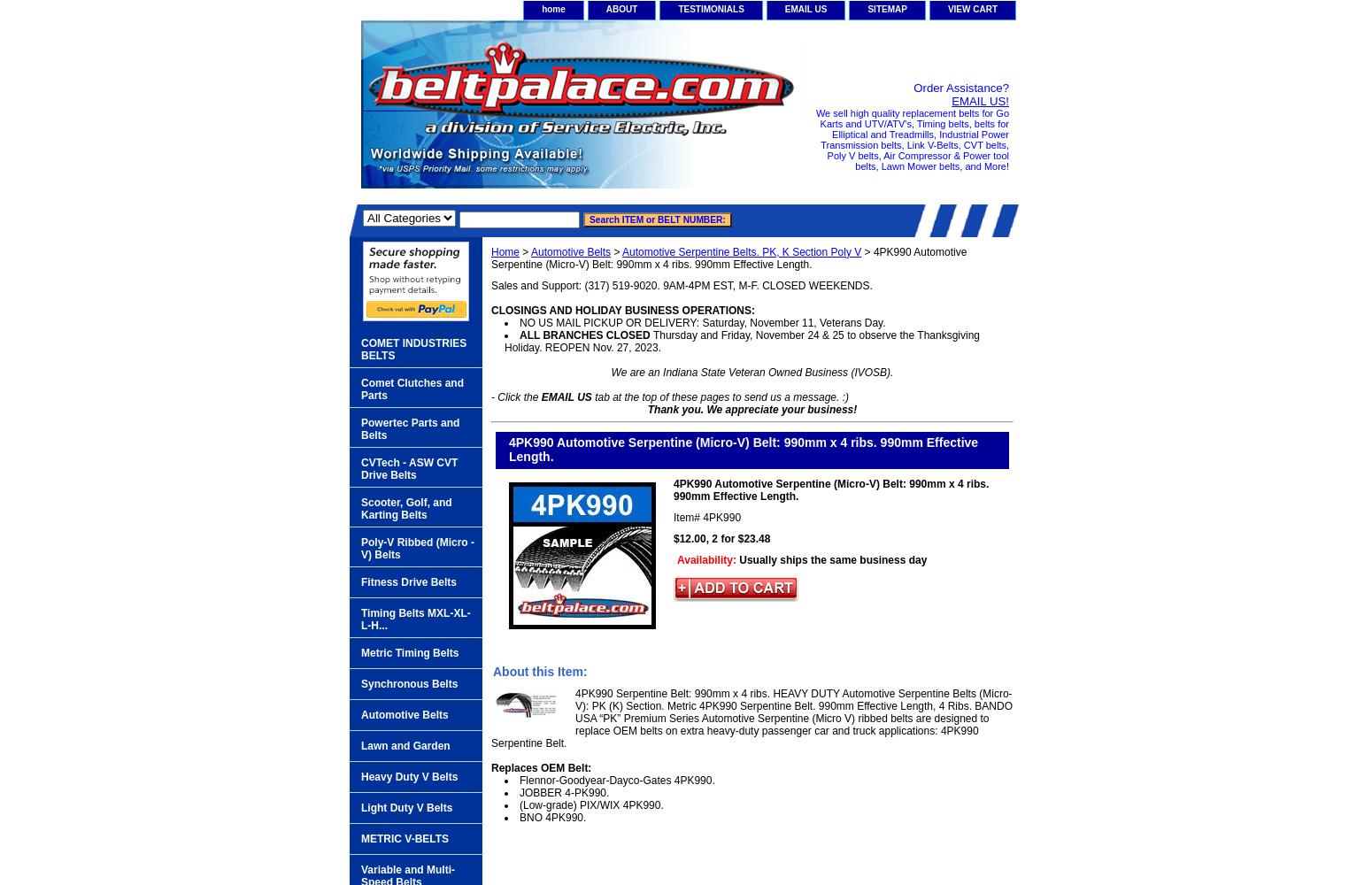  What do you see at coordinates (721, 537) in the screenshot?
I see `'$12.00, 2 for $23.48'` at bounding box center [721, 537].